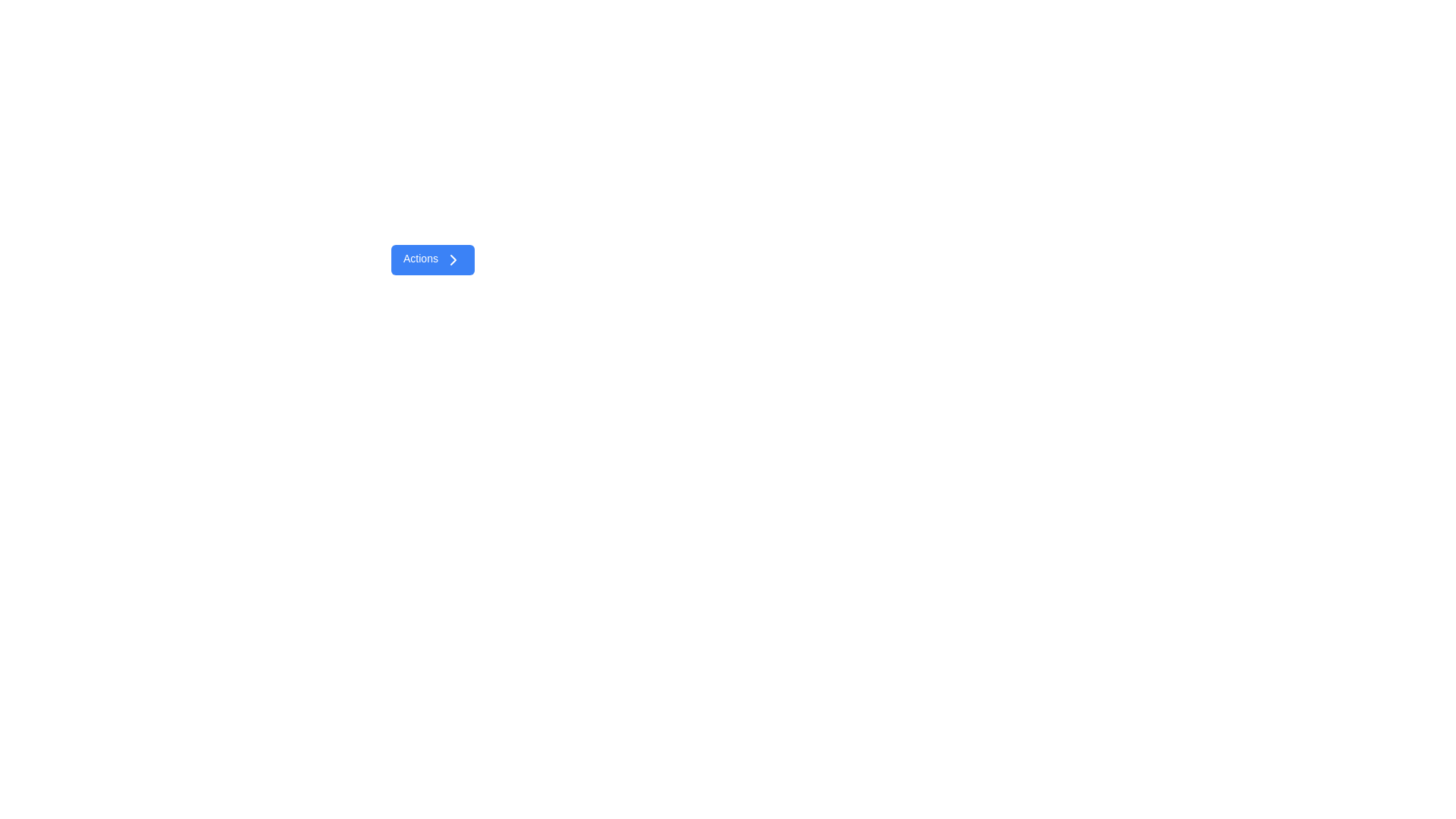 The width and height of the screenshot is (1456, 819). I want to click on the Chevron Right icon located next to the 'Actions' label, so click(452, 259).